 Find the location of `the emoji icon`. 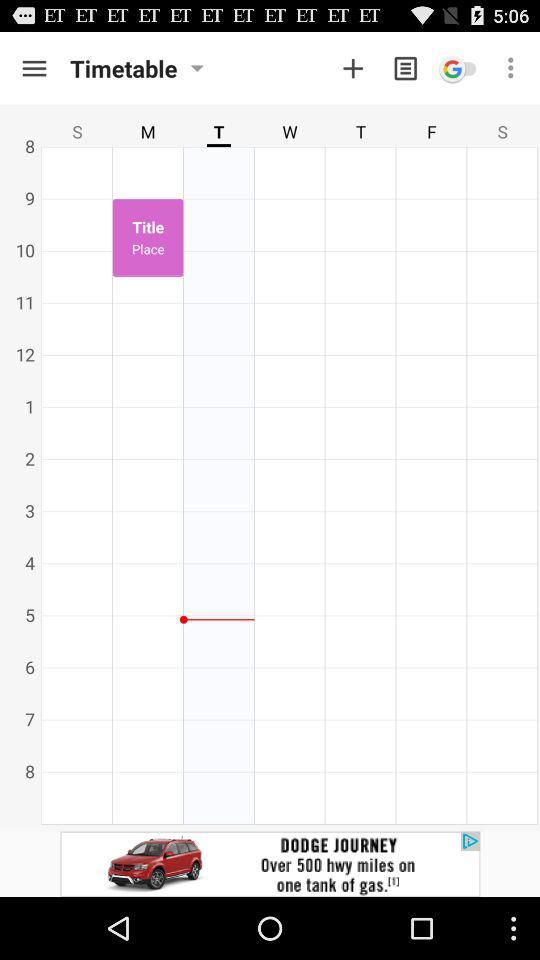

the emoji icon is located at coordinates (458, 73).